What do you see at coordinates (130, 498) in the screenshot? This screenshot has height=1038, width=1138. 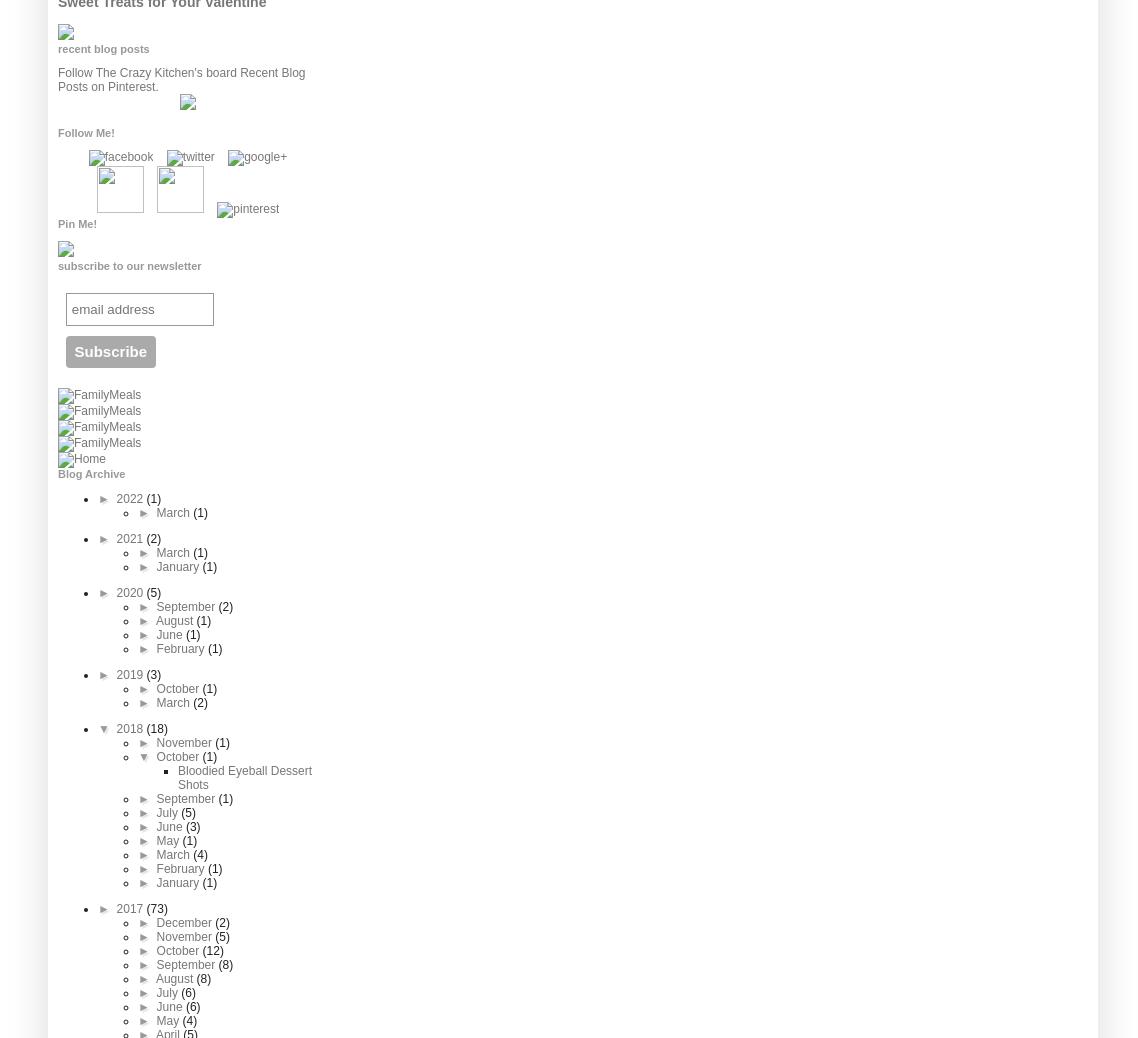 I see `'2022'` at bounding box center [130, 498].